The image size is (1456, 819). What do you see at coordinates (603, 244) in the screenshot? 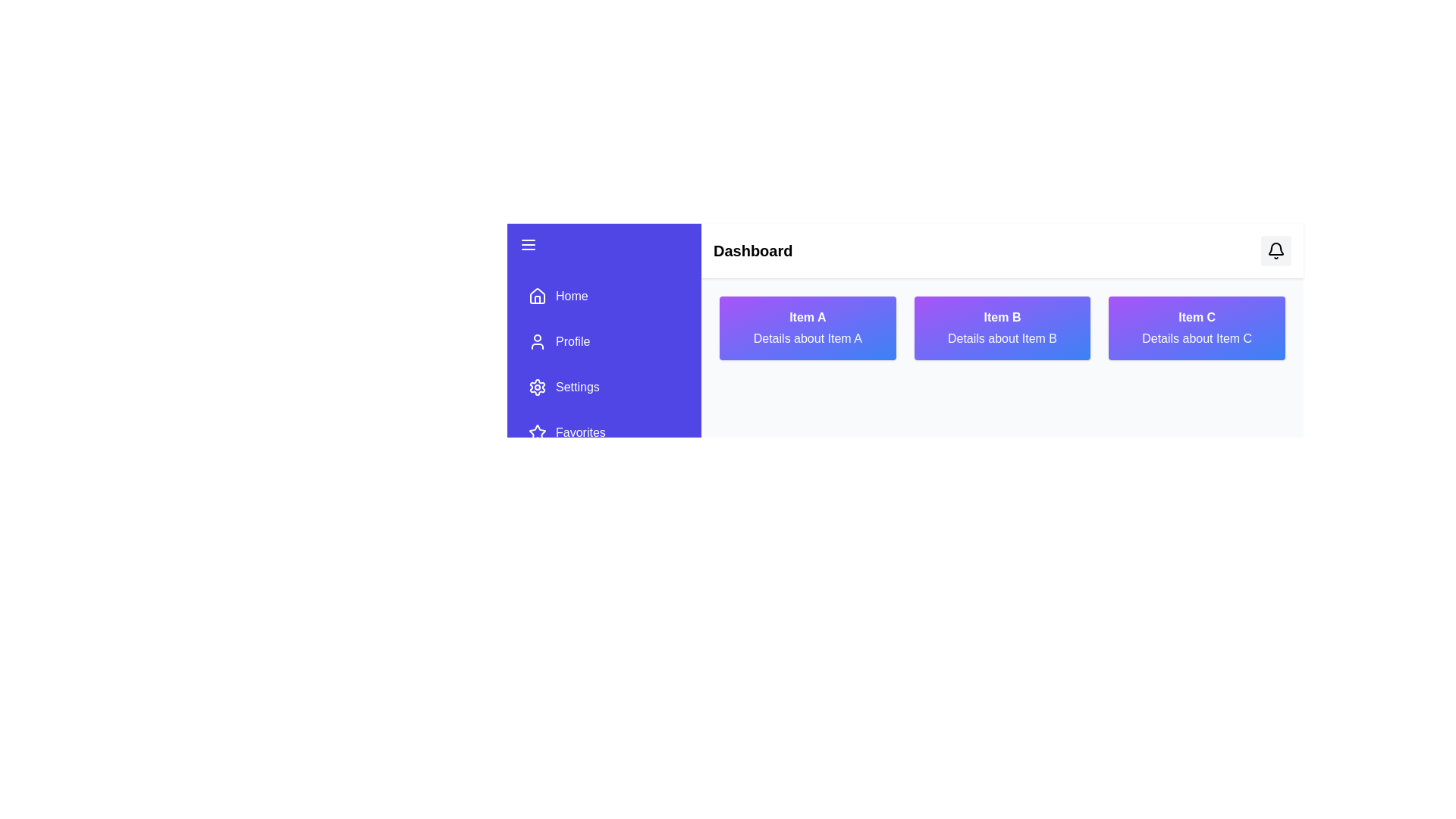
I see `the toggle button located at the top of the sidebar` at bounding box center [603, 244].